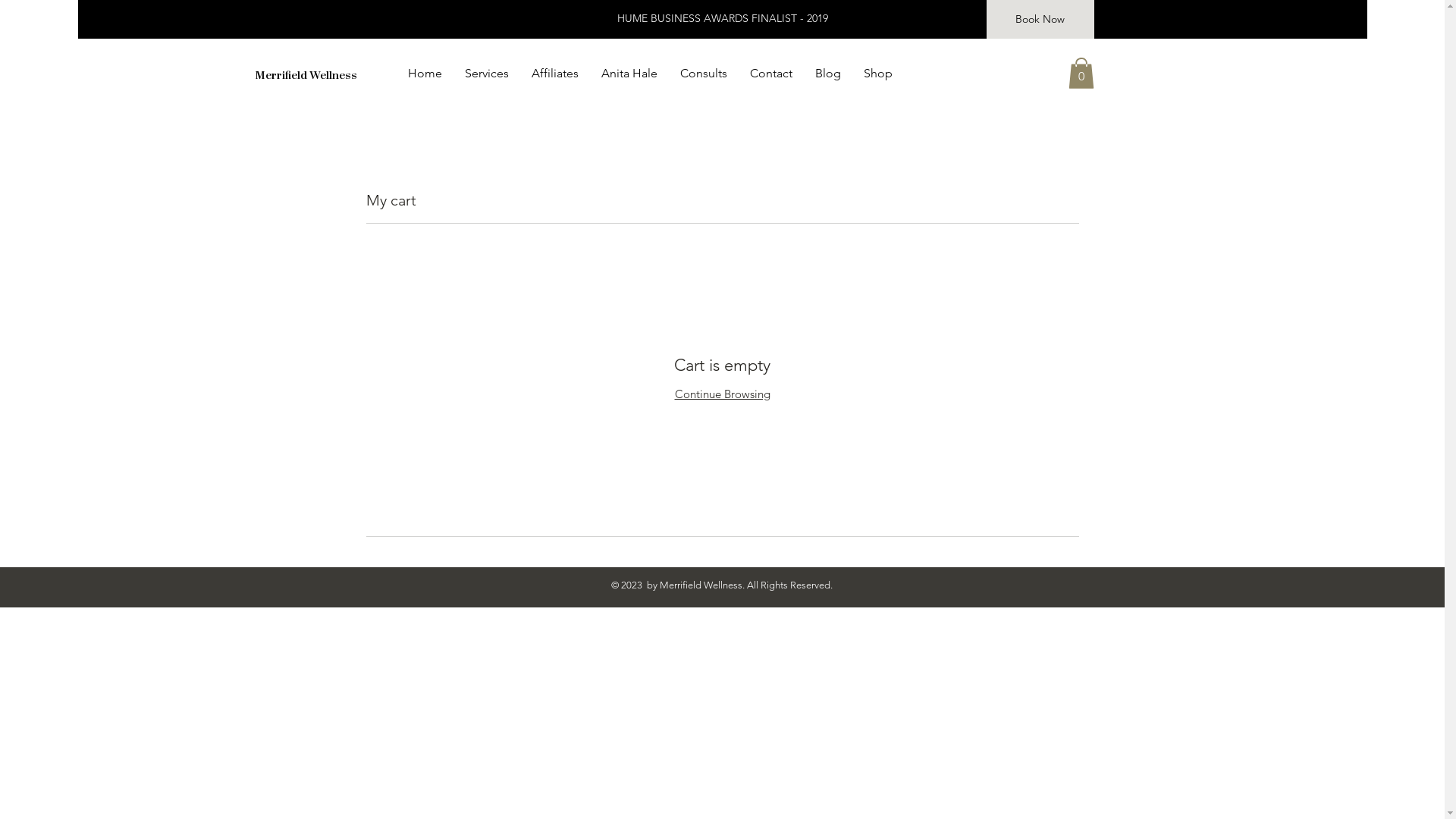  What do you see at coordinates (673, 393) in the screenshot?
I see `'Continue Browsing'` at bounding box center [673, 393].